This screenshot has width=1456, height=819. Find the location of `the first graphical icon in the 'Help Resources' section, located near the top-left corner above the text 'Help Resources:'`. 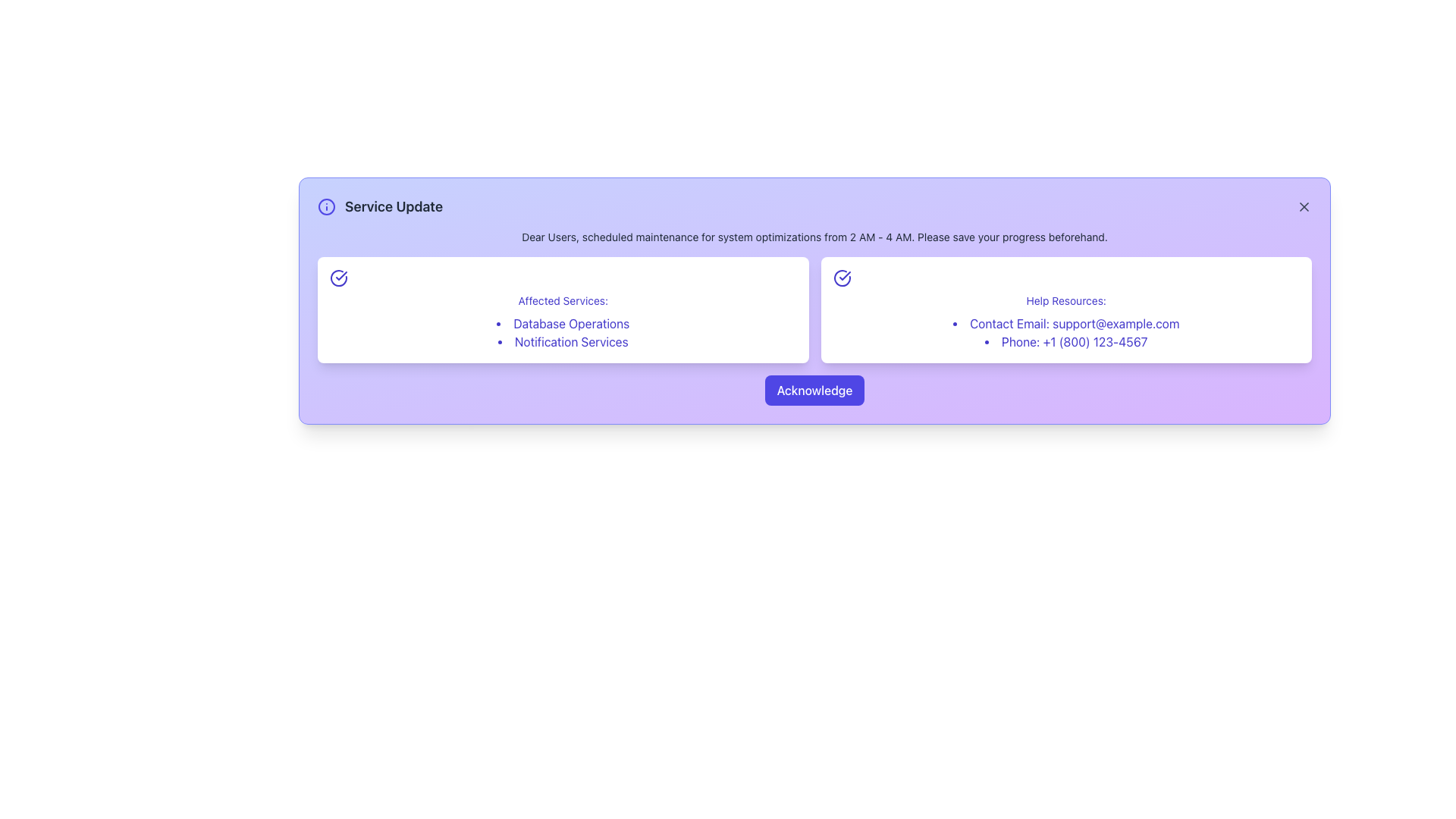

the first graphical icon in the 'Help Resources' section, located near the top-left corner above the text 'Help Resources:' is located at coordinates (841, 278).